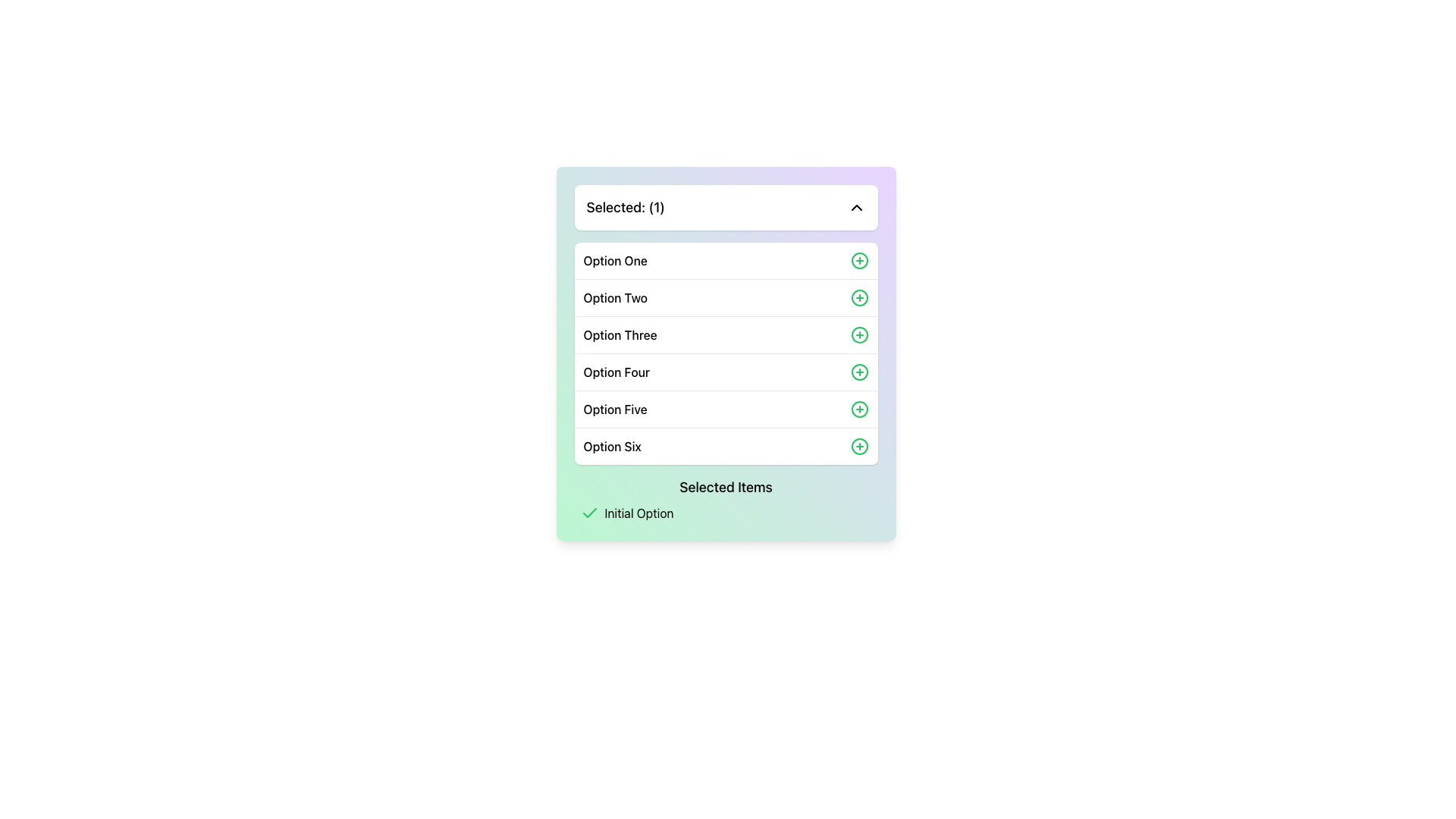  I want to click on the 'Option Six' list item, so click(725, 445).